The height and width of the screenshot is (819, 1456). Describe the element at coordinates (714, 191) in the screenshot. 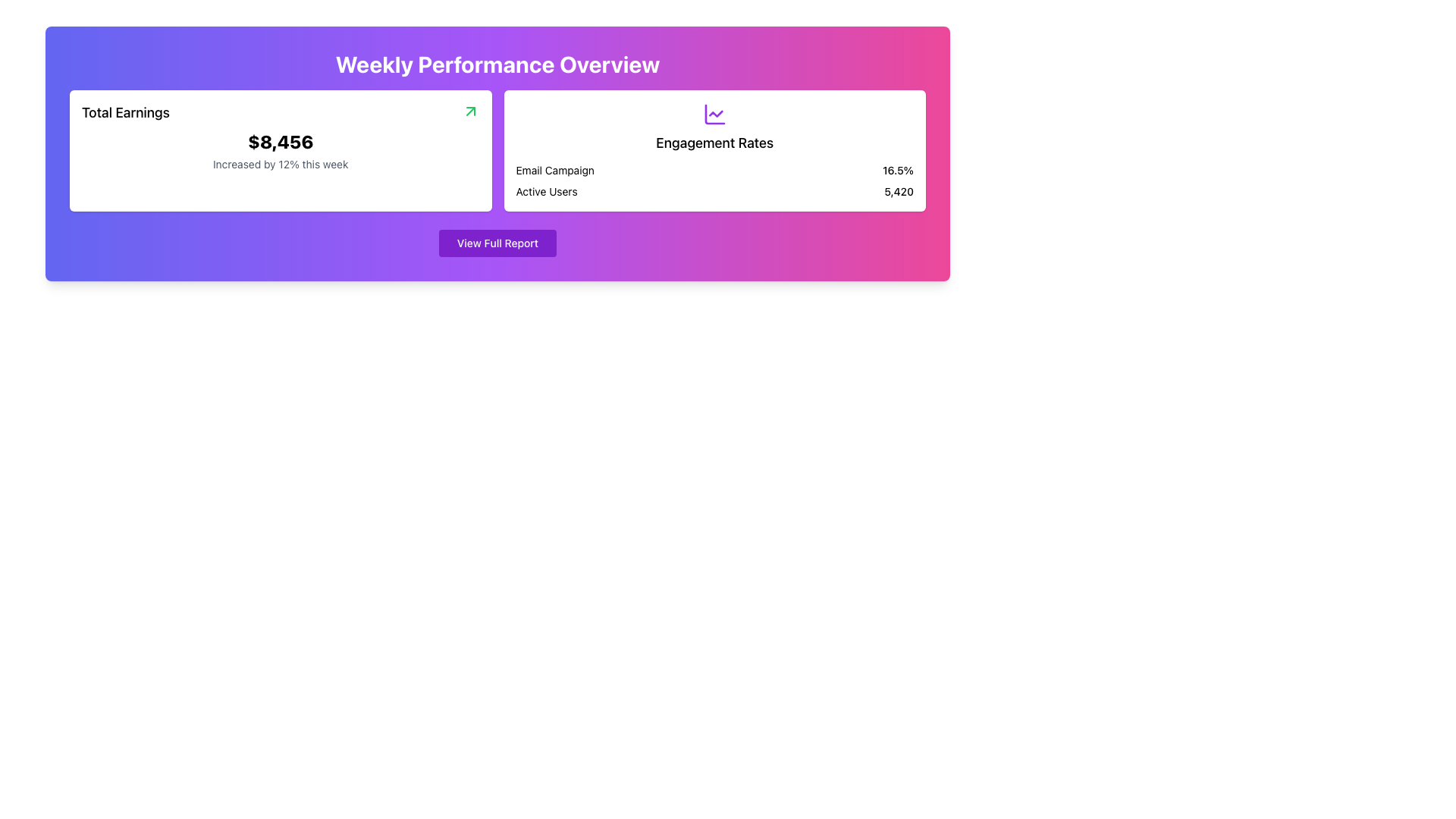

I see `the Informative data display showing 'Active Users' and '5,420' within the 'Engagement Rates' section` at that location.